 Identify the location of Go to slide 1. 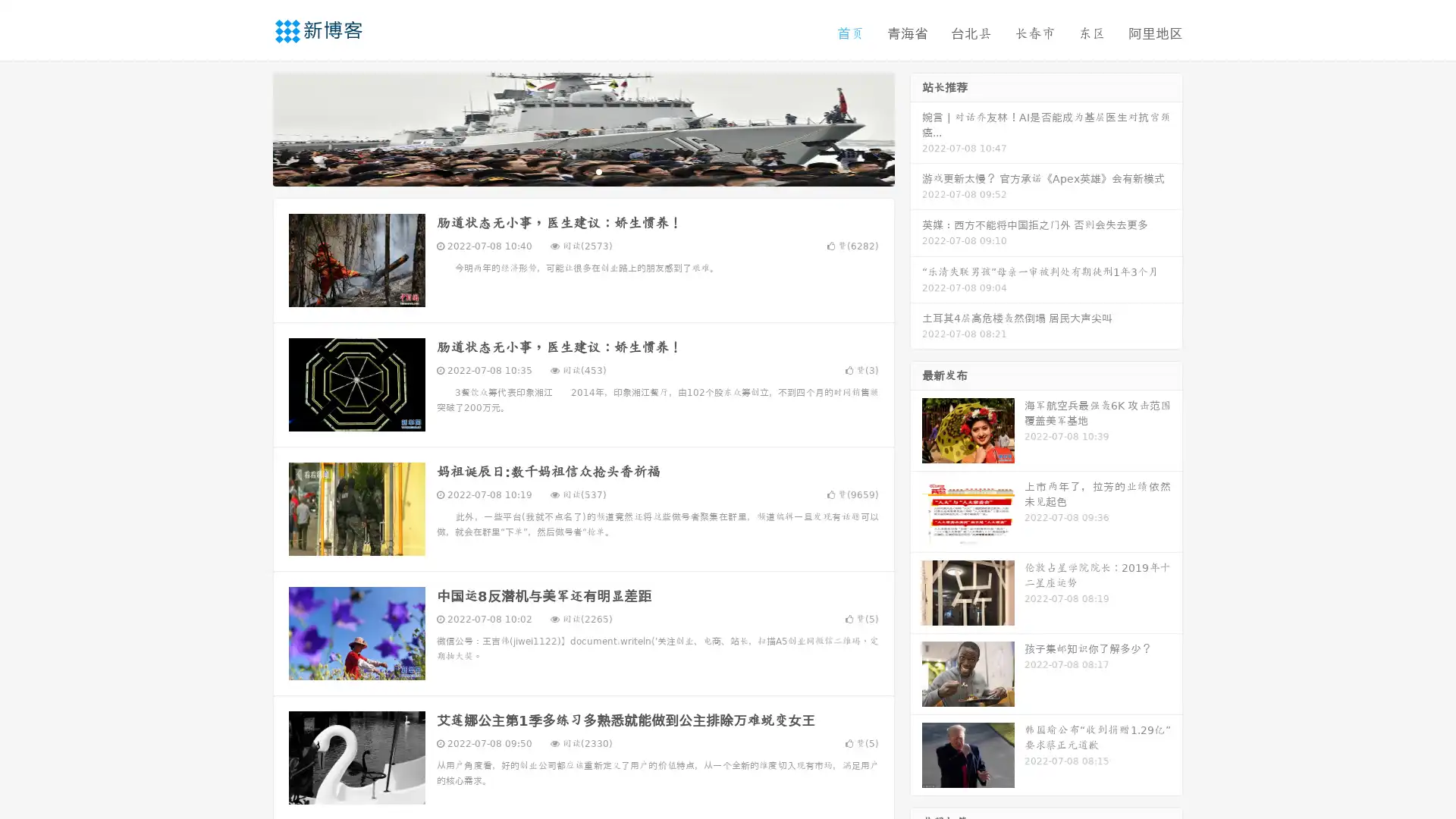
(567, 171).